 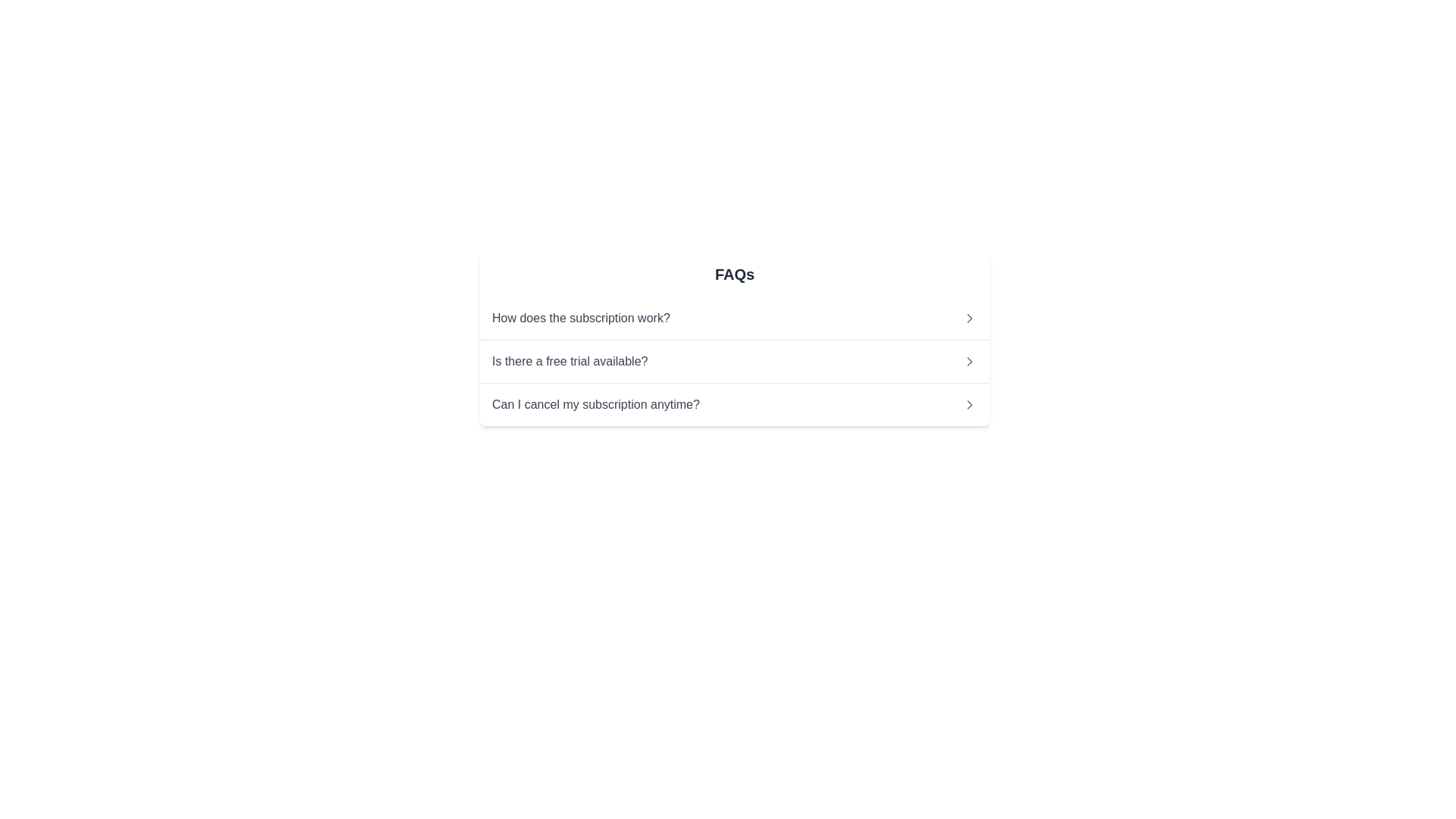 I want to click on the chevron icon located on the far right of the row containing the question 'Can I cancel my subscription anytime?', so click(x=968, y=403).